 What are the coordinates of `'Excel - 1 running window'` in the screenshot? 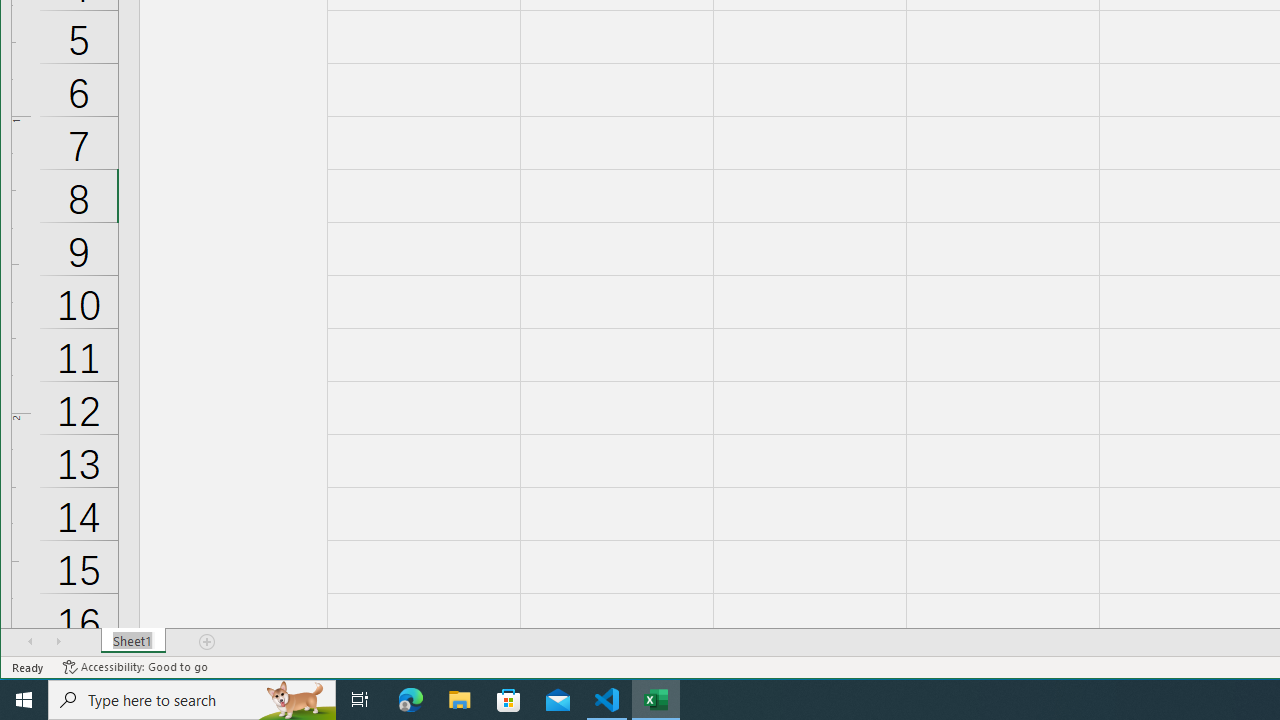 It's located at (656, 698).